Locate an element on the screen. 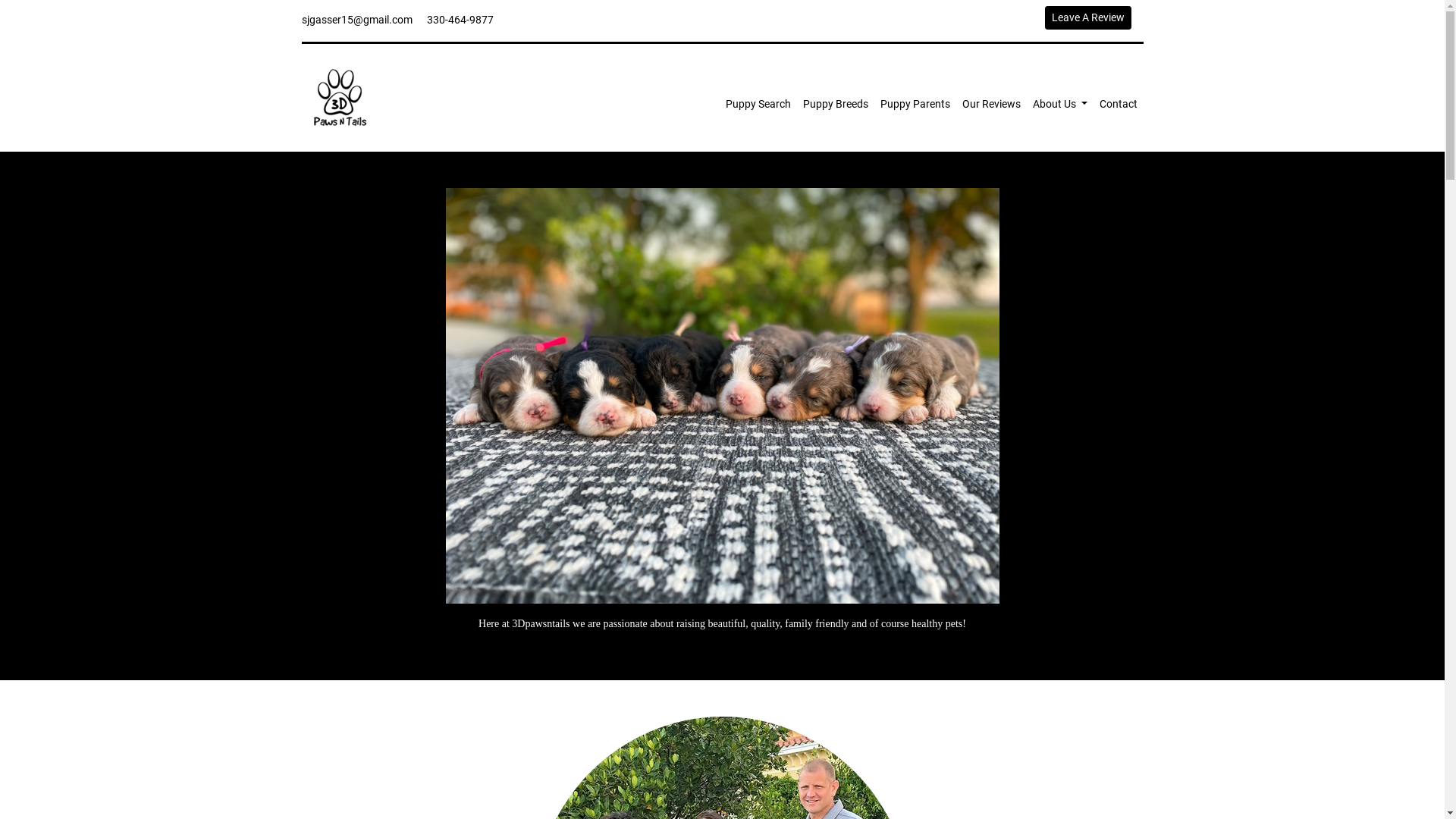 The width and height of the screenshot is (1456, 819). 'Puppy Breeds' is located at coordinates (796, 102).